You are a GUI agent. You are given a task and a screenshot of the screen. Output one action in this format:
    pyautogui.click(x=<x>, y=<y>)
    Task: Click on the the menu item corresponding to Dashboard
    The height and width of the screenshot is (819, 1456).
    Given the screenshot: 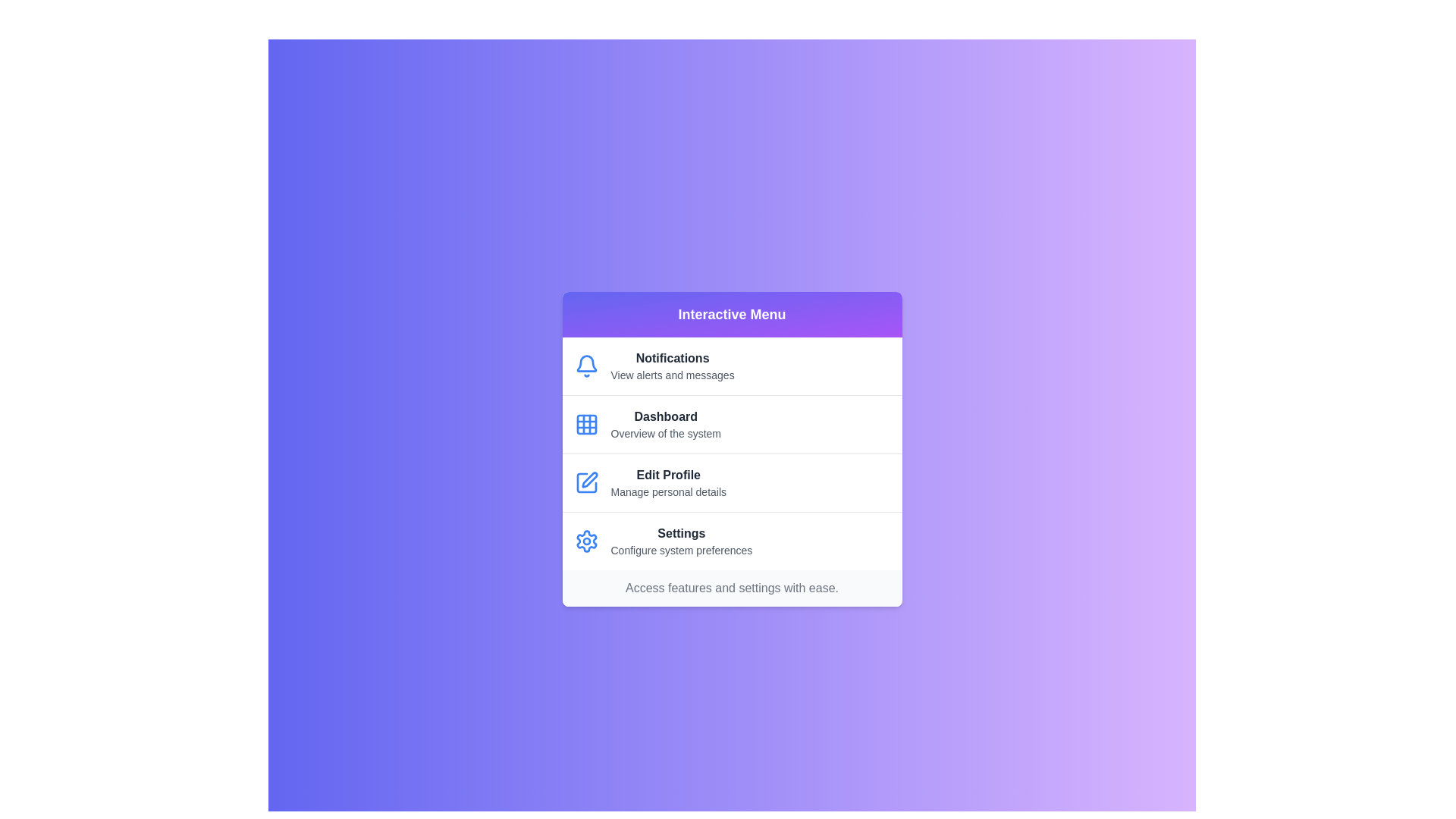 What is the action you would take?
    pyautogui.click(x=732, y=424)
    